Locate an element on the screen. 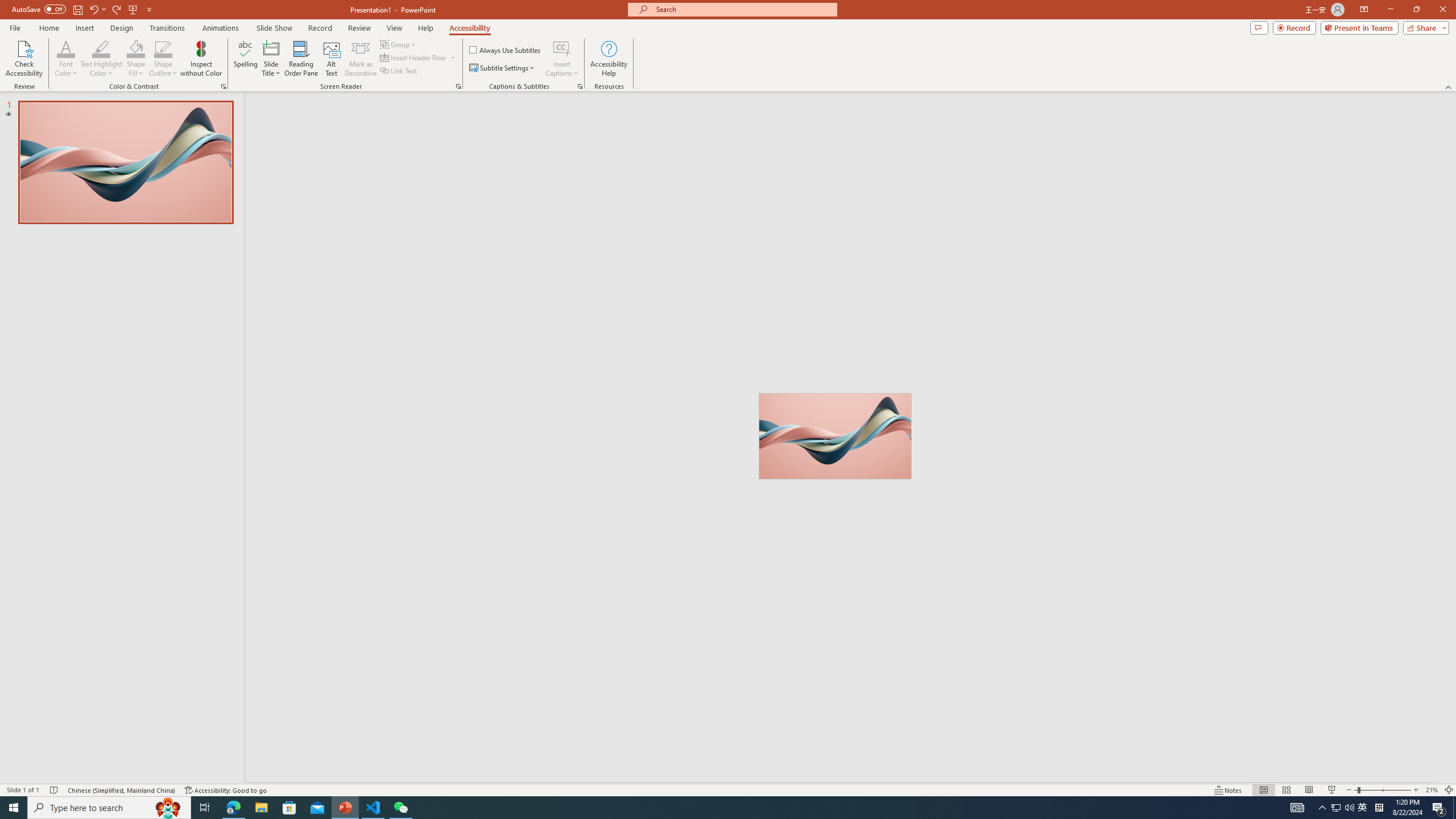  'Insert Header Row' is located at coordinates (418, 56).